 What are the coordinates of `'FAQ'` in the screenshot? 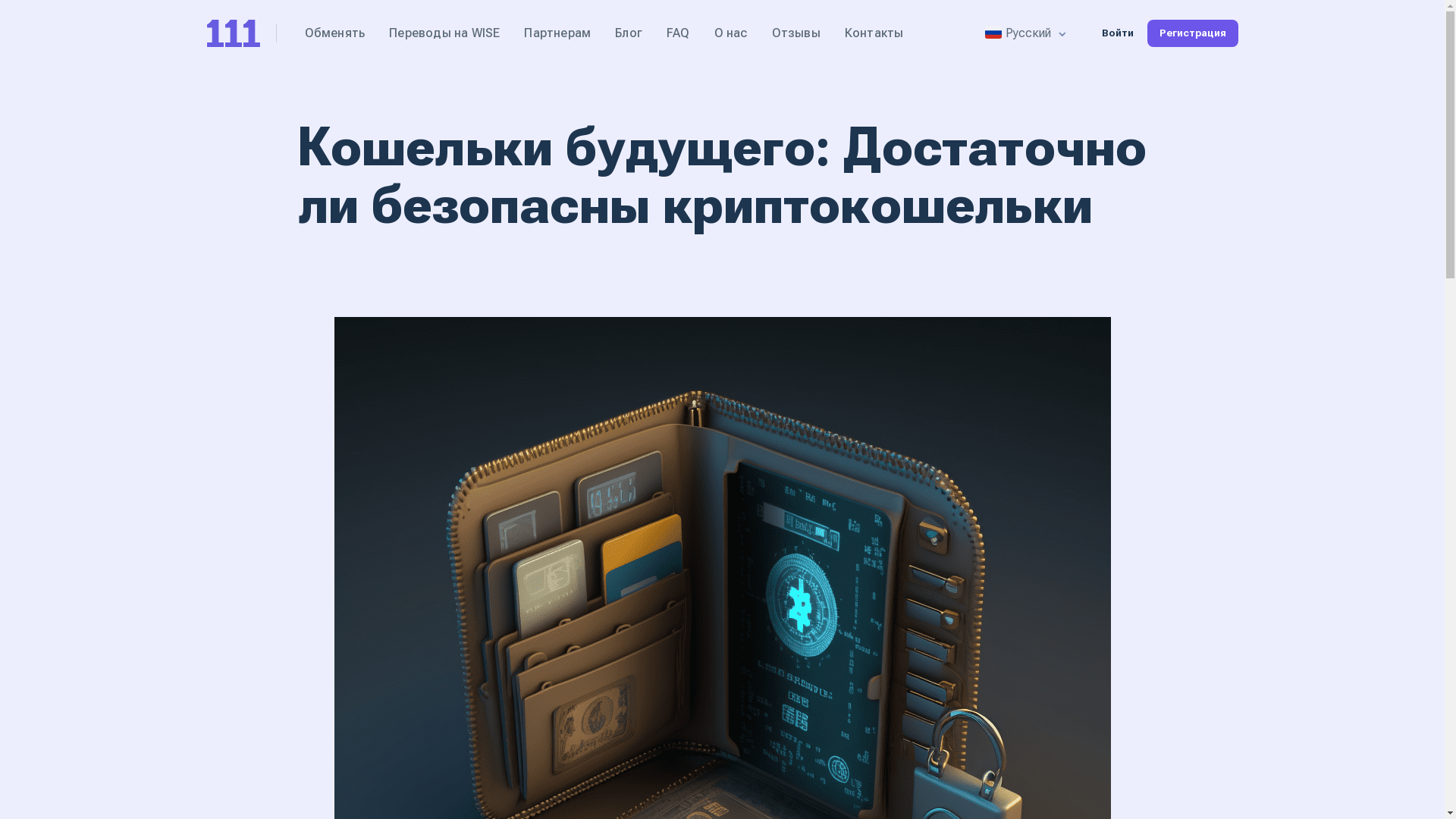 It's located at (666, 33).